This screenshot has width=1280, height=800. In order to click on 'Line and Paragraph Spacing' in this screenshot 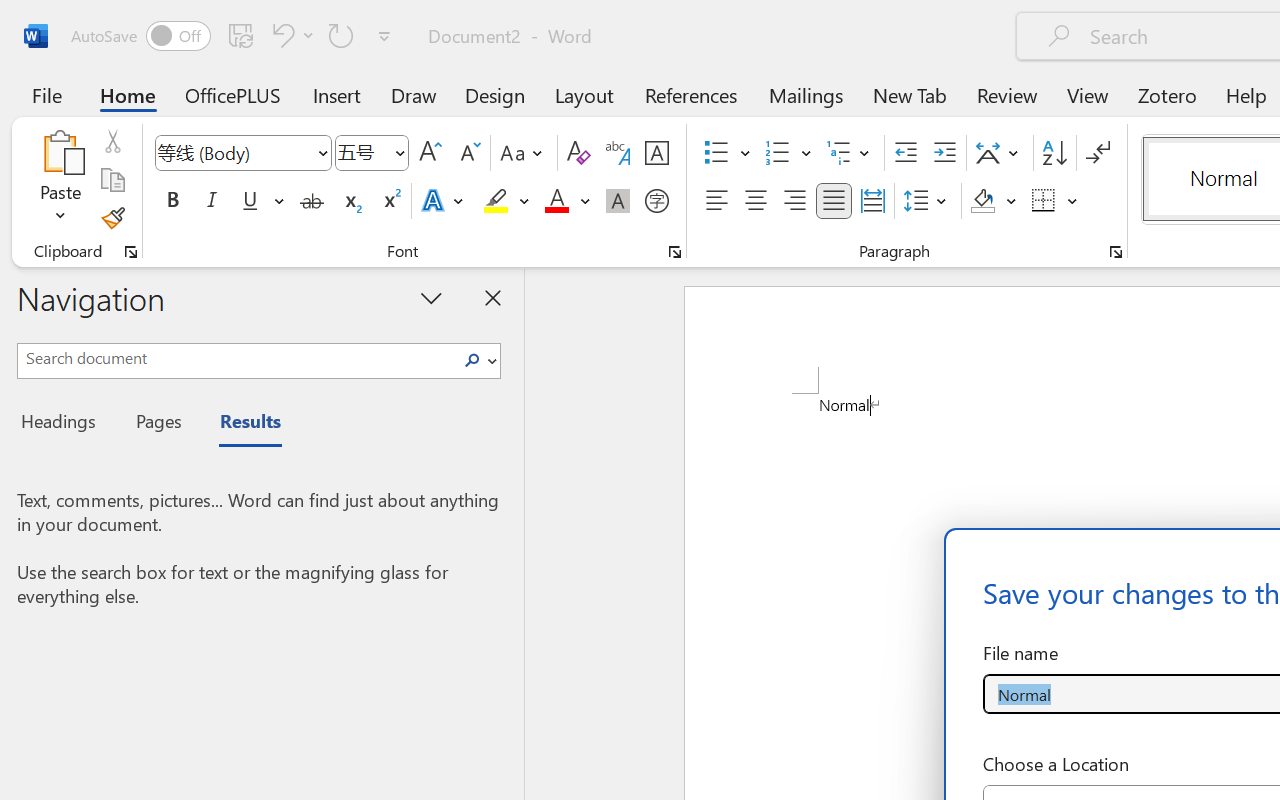, I will do `click(927, 201)`.